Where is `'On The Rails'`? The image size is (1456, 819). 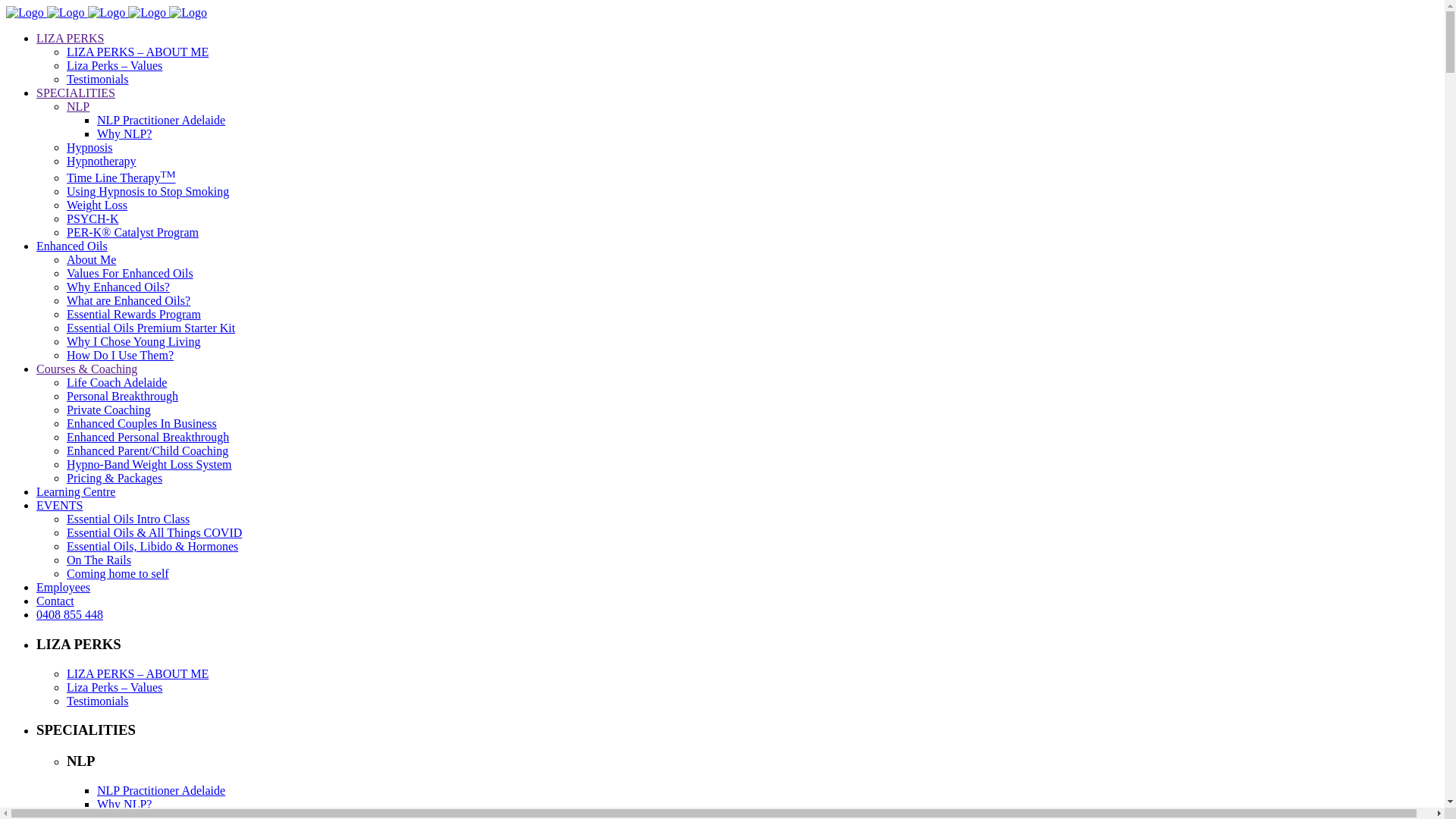
'On The Rails' is located at coordinates (65, 560).